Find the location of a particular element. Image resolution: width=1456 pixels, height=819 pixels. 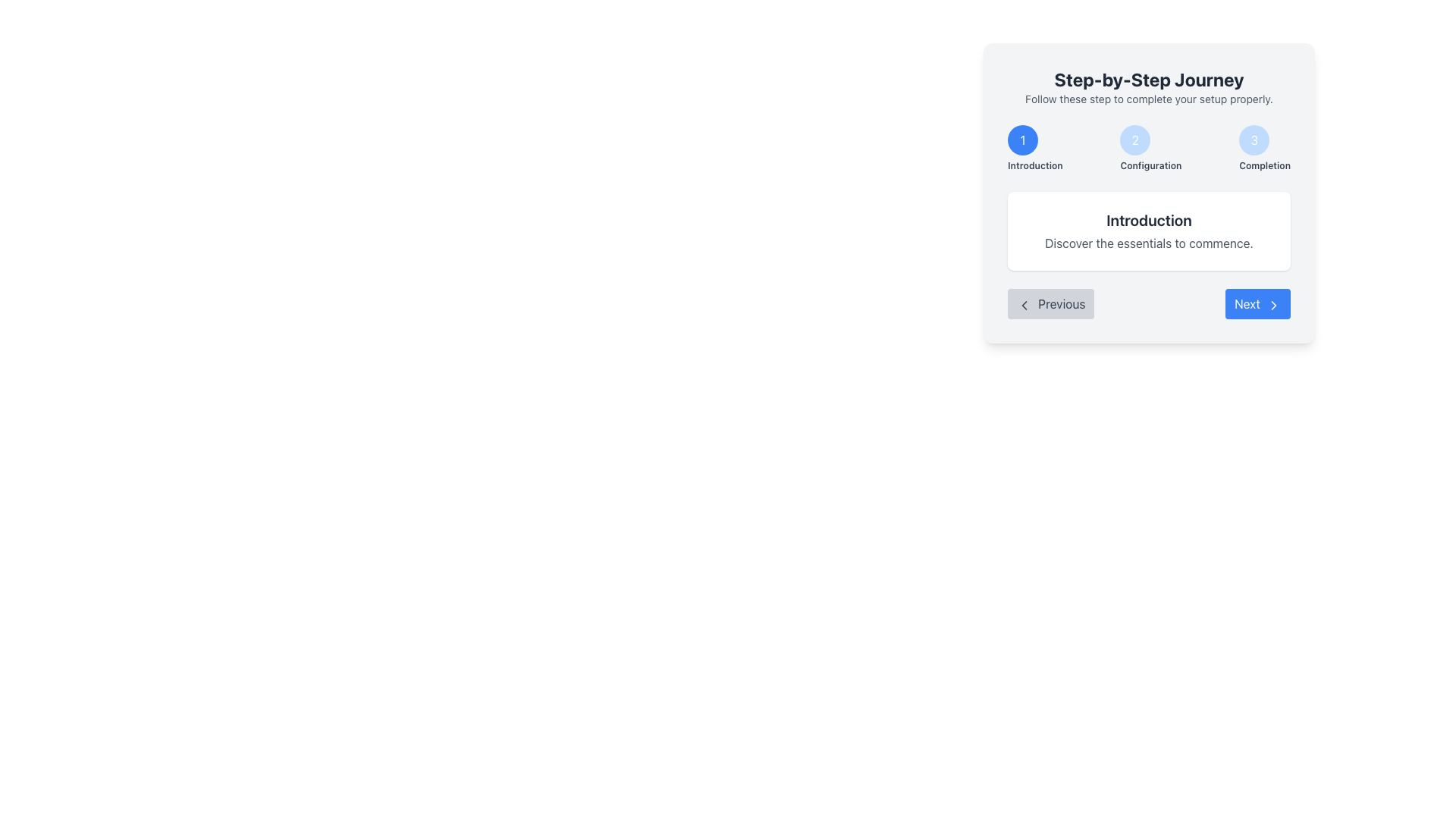

the label indicating the first step in a multi-step process, which is located below the blue circular marker labeled '1' is located at coordinates (1034, 165).